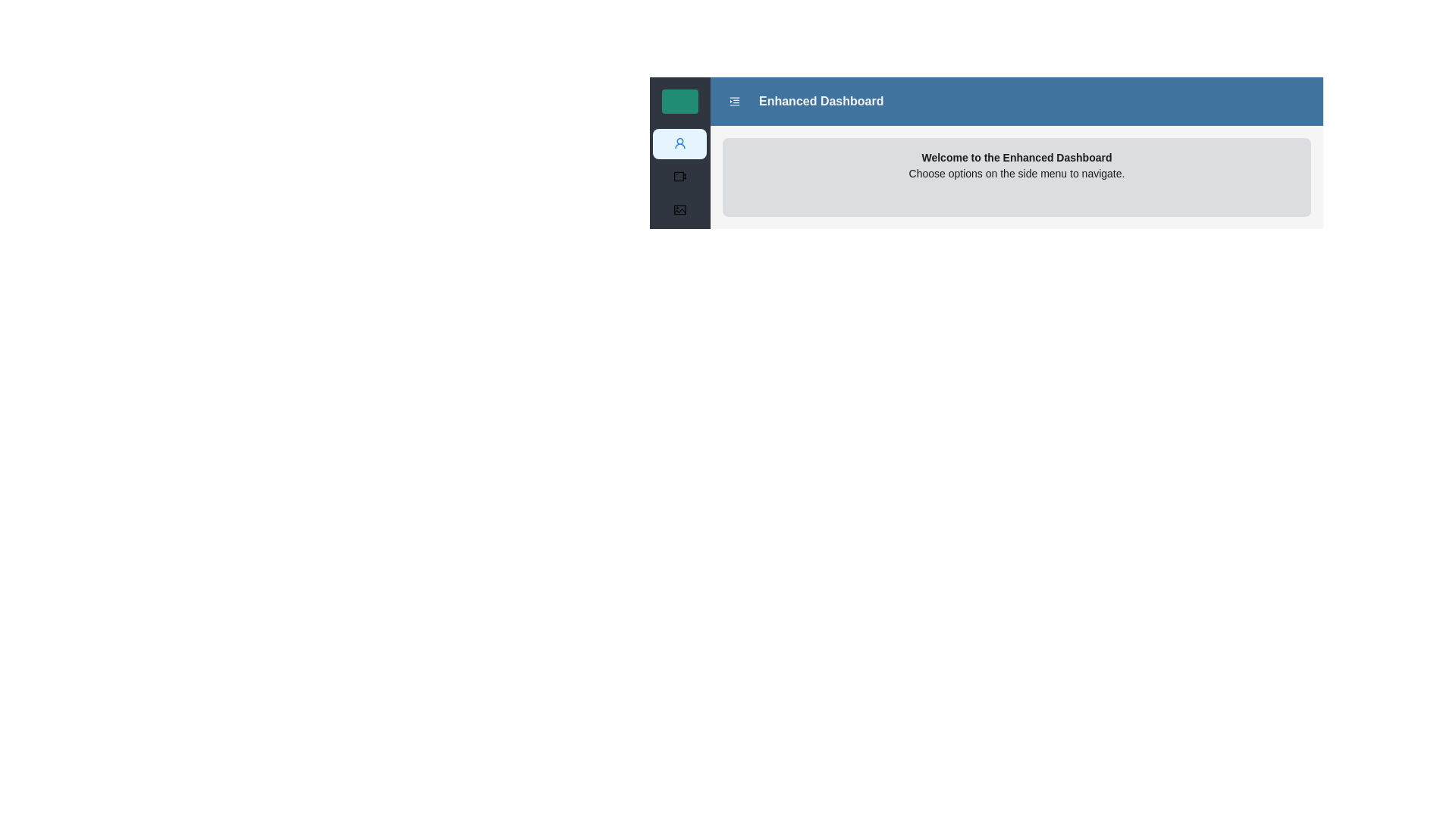 This screenshot has width=1456, height=819. Describe the element at coordinates (1016, 152) in the screenshot. I see `the static informative panel that displays the message 'Welcome to the Enhanced Dashboard' with guidance to 'Choose options on the side menu to navigate.'` at that location.